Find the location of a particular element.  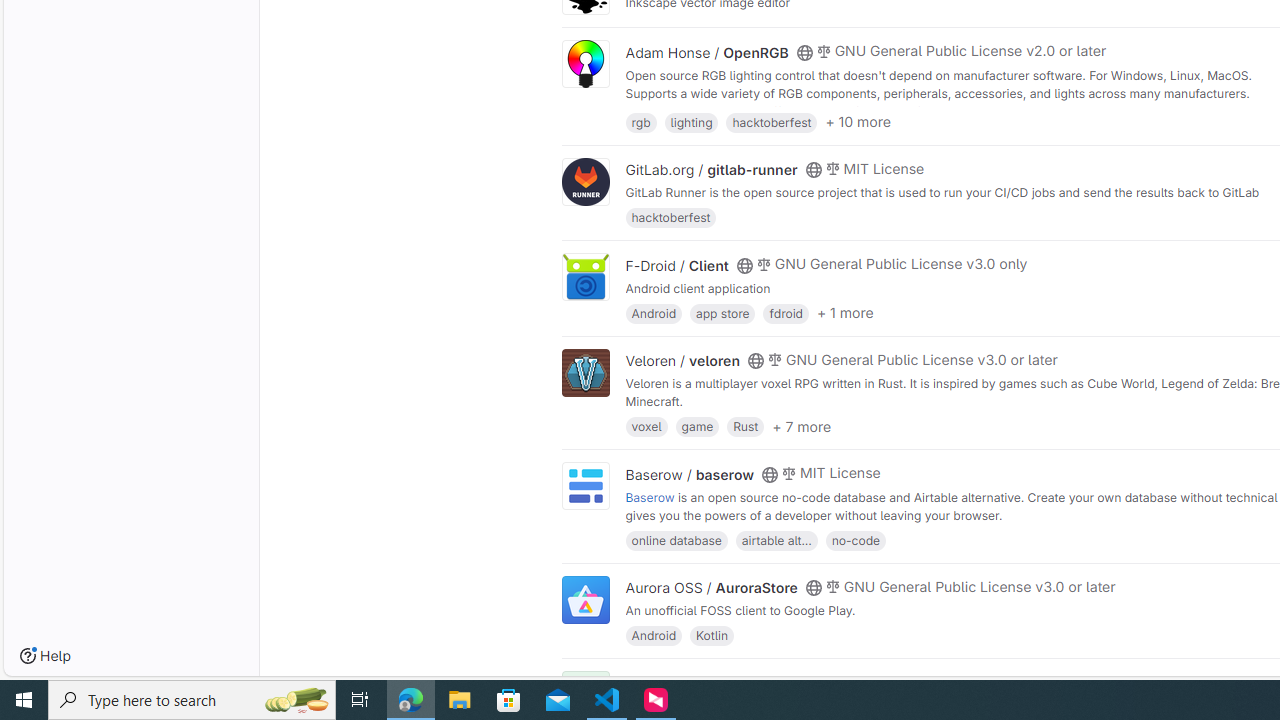

'app store' is located at coordinates (722, 312).